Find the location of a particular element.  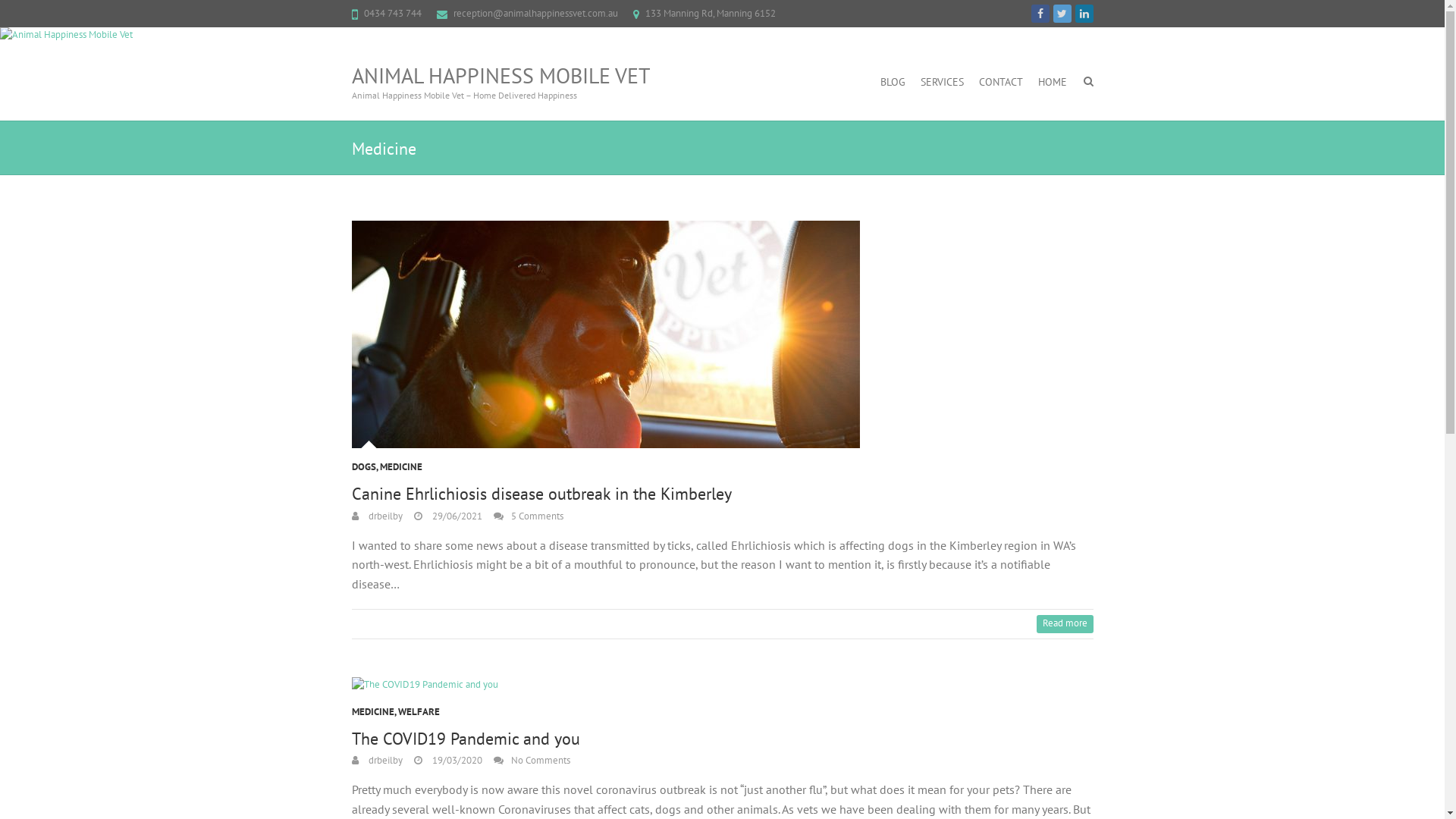

'BLOG' is located at coordinates (892, 82).